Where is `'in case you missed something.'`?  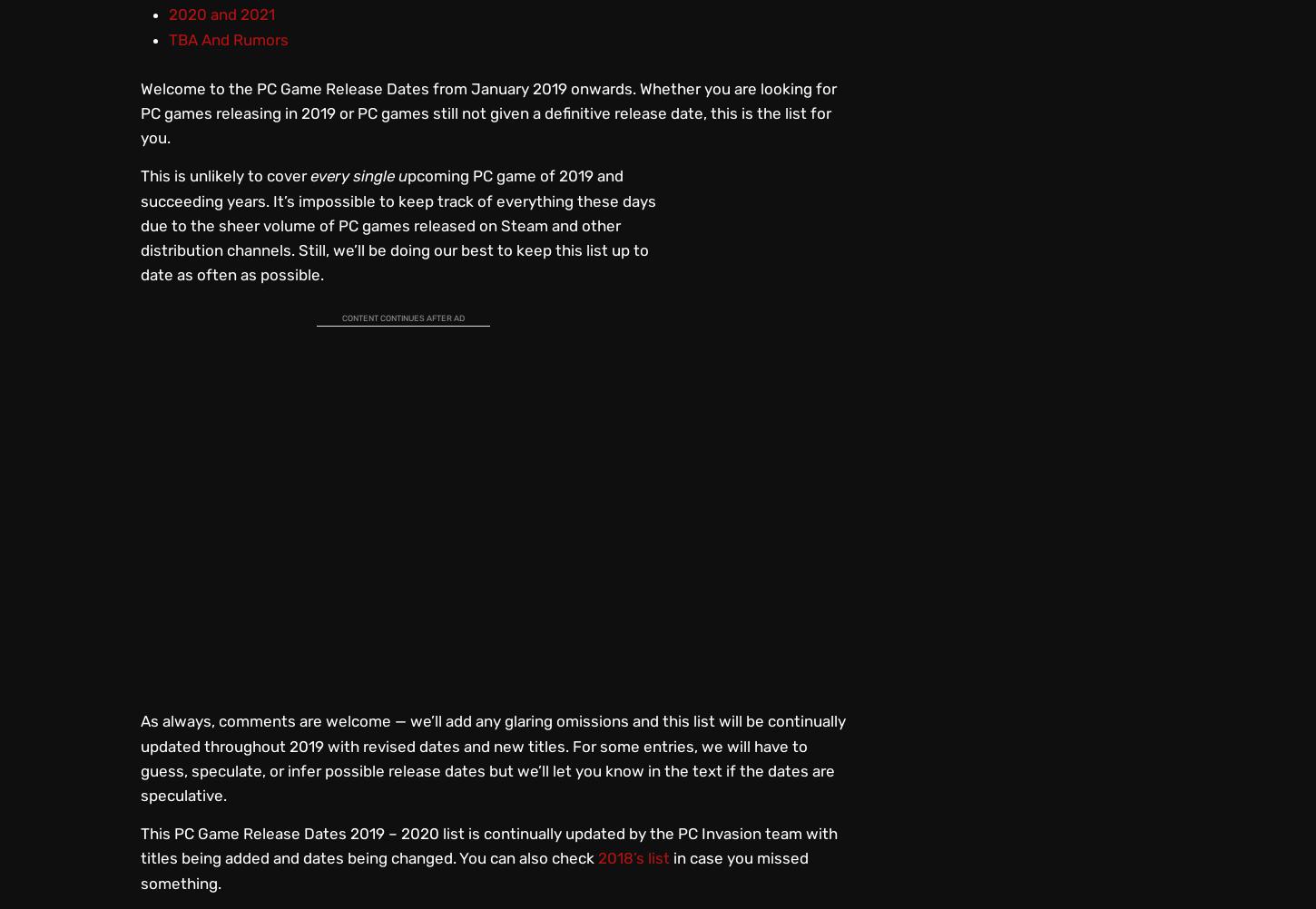
'in case you missed something.' is located at coordinates (475, 869).